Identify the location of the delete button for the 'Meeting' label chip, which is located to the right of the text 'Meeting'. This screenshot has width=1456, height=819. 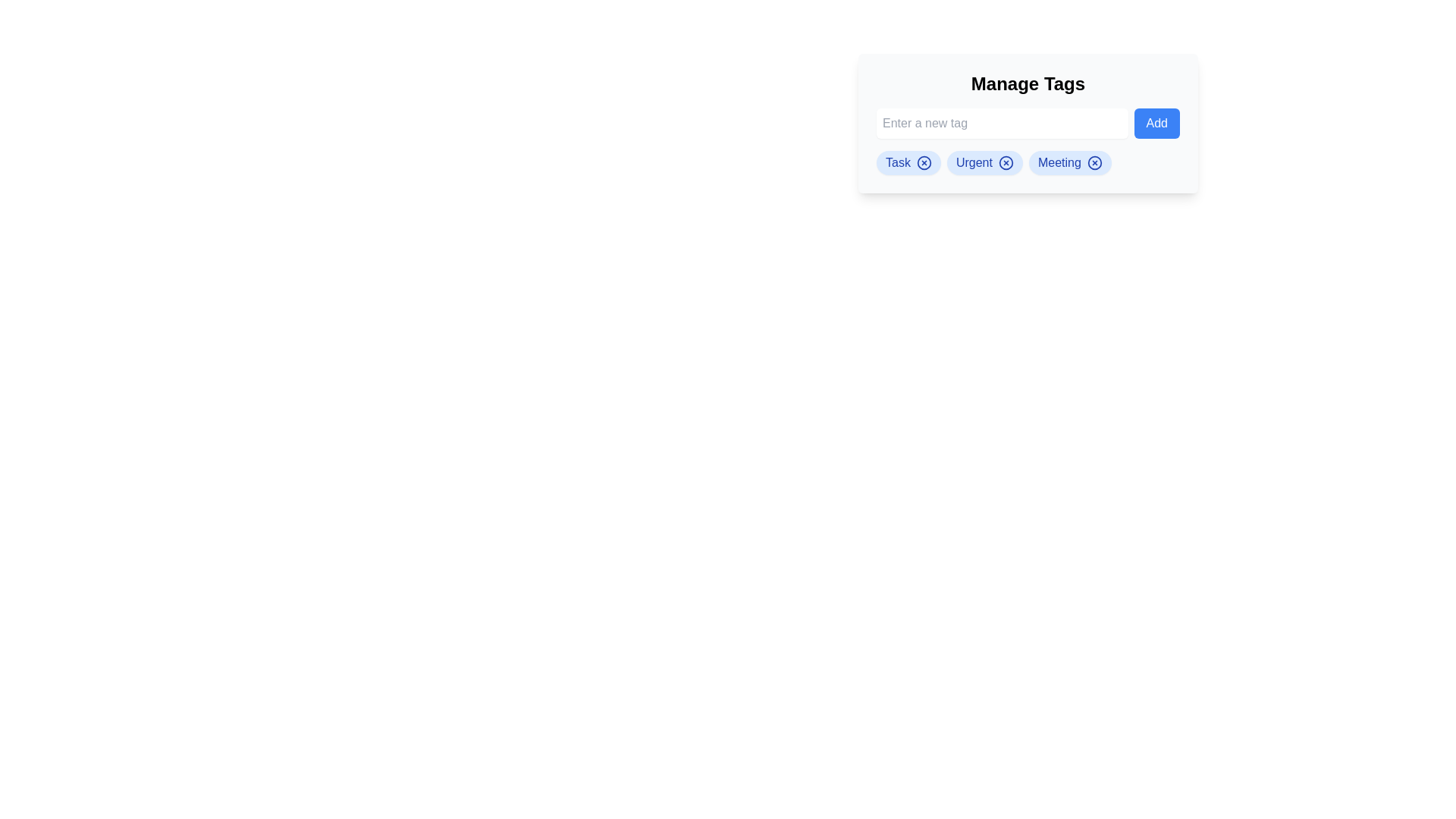
(1094, 163).